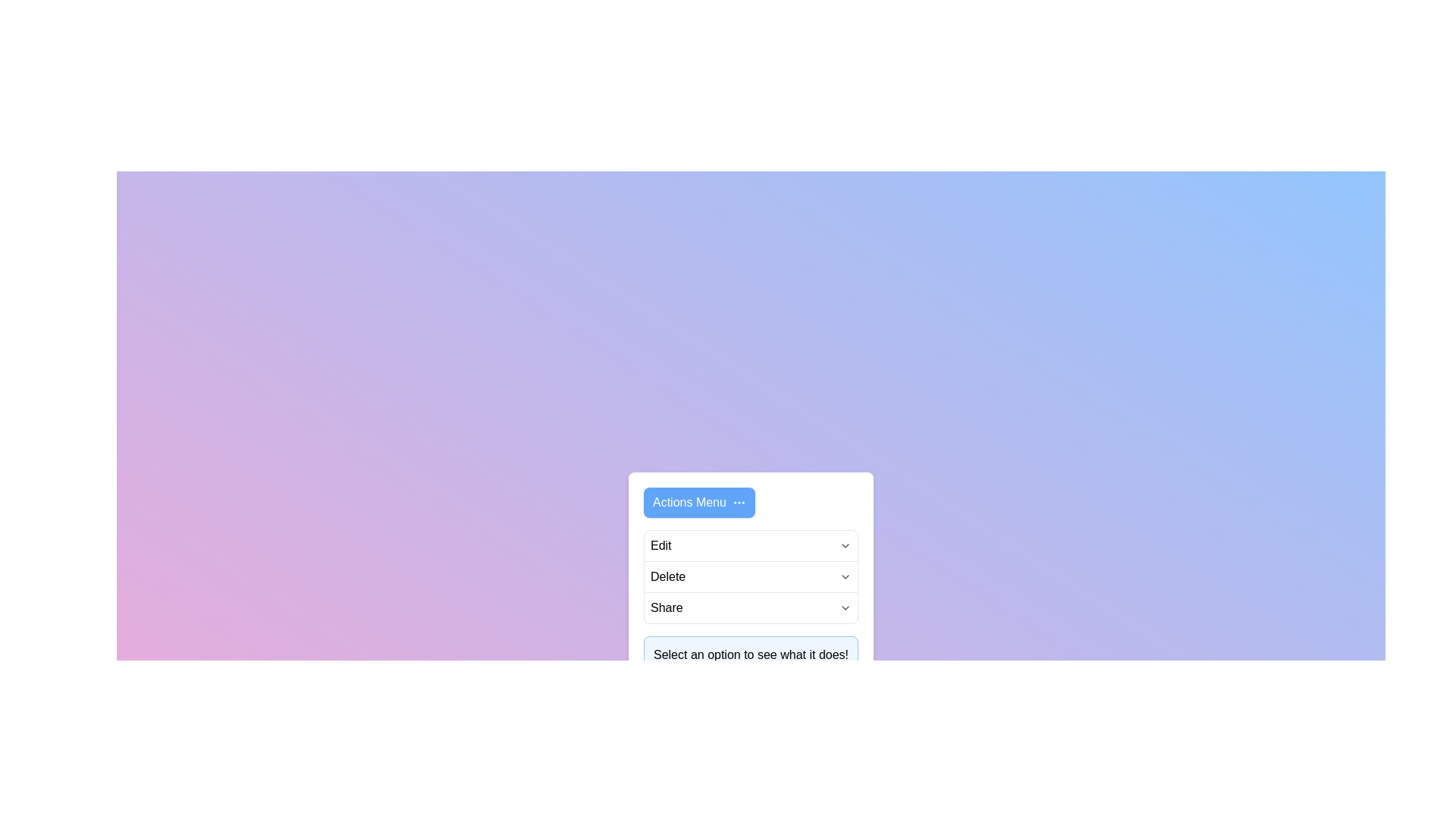 This screenshot has width=1456, height=819. What do you see at coordinates (844, 607) in the screenshot?
I see `the chevron icon corresponding to the Share to toggle its dropdown` at bounding box center [844, 607].